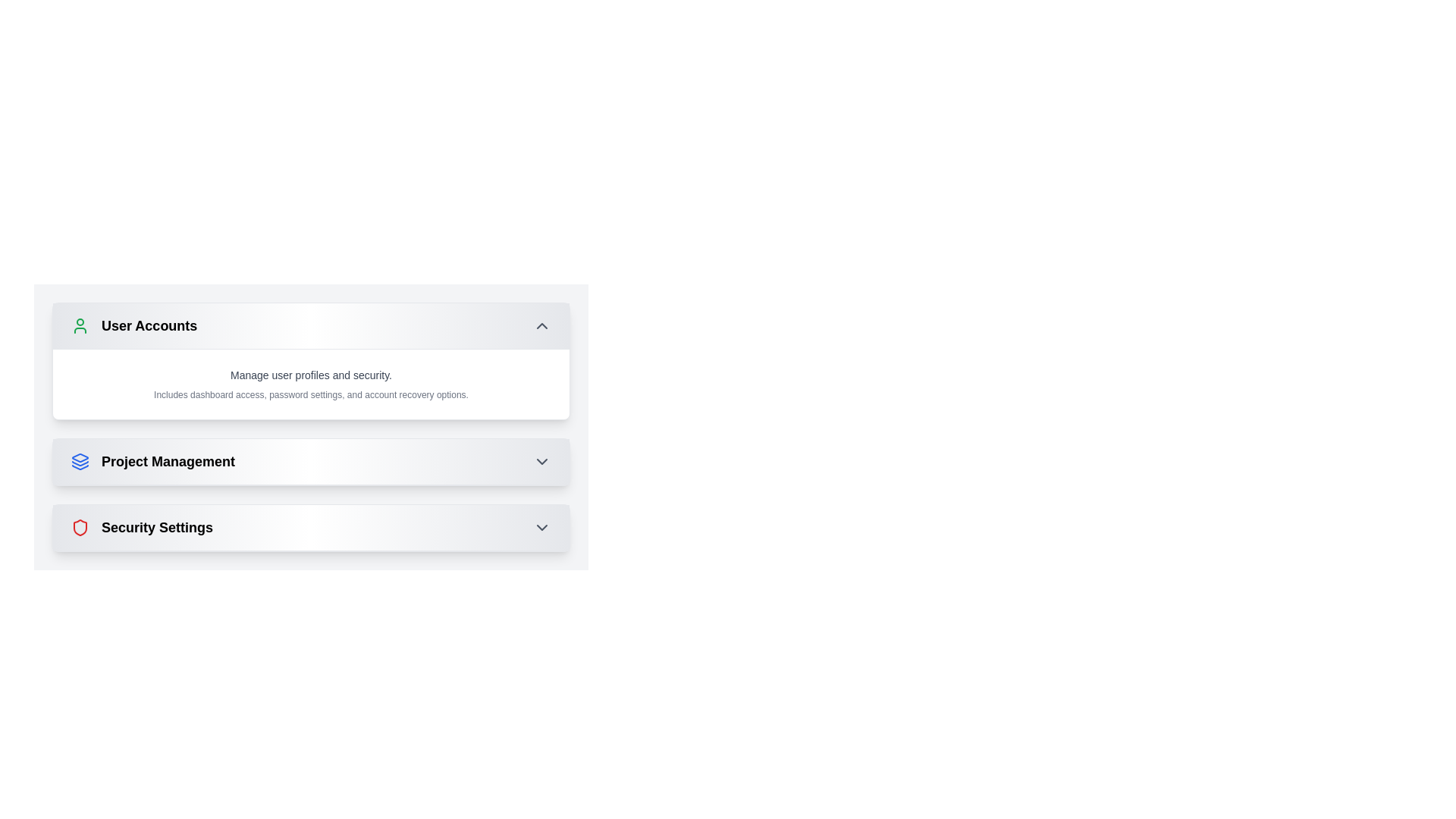 The width and height of the screenshot is (1456, 819). I want to click on the Collapsible Header element that serves as a toggle for expanding or collapsing content below it, allowing for keyboard navigation, so click(310, 325).